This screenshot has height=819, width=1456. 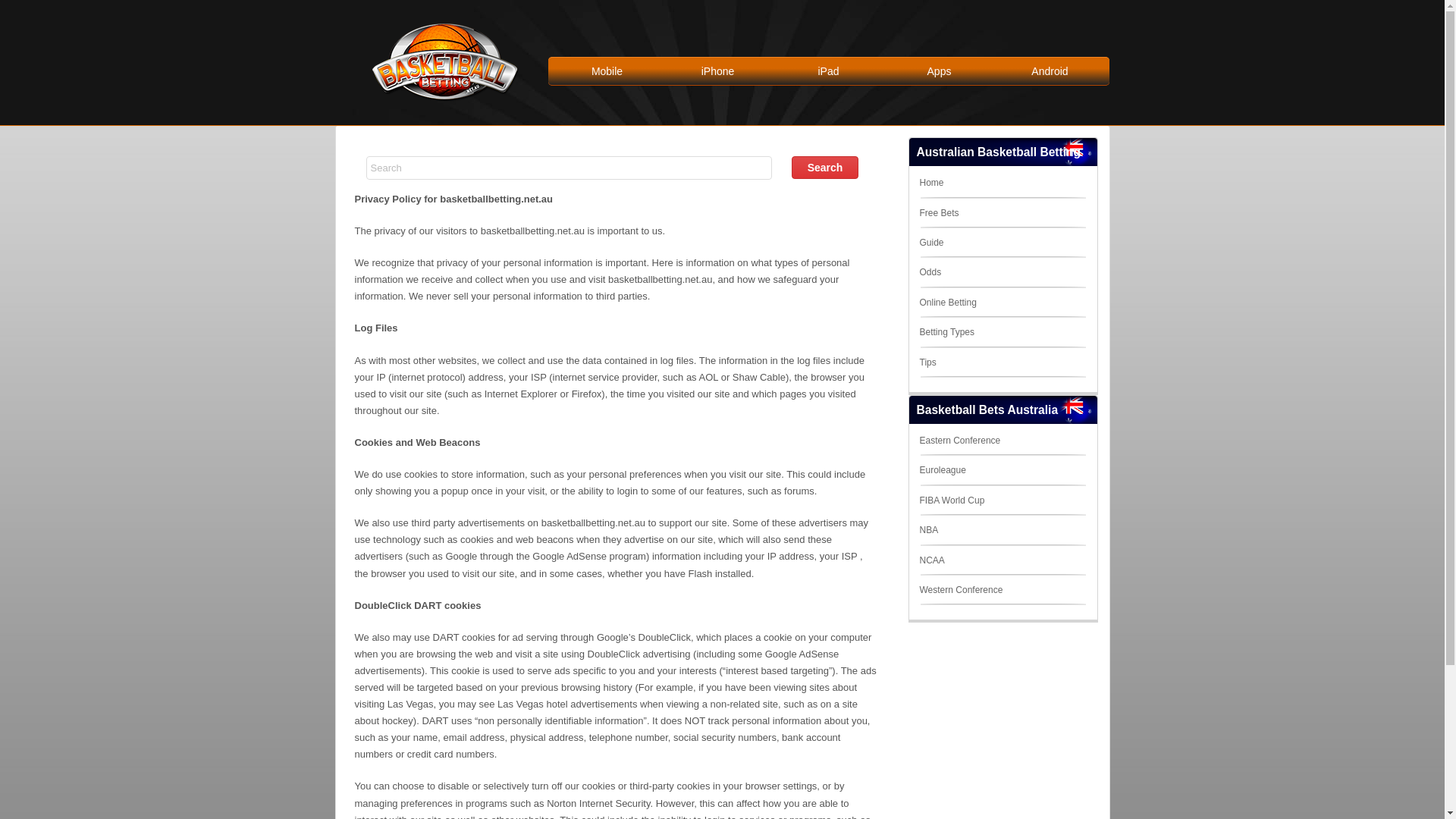 I want to click on 'Apps', so click(x=938, y=71).